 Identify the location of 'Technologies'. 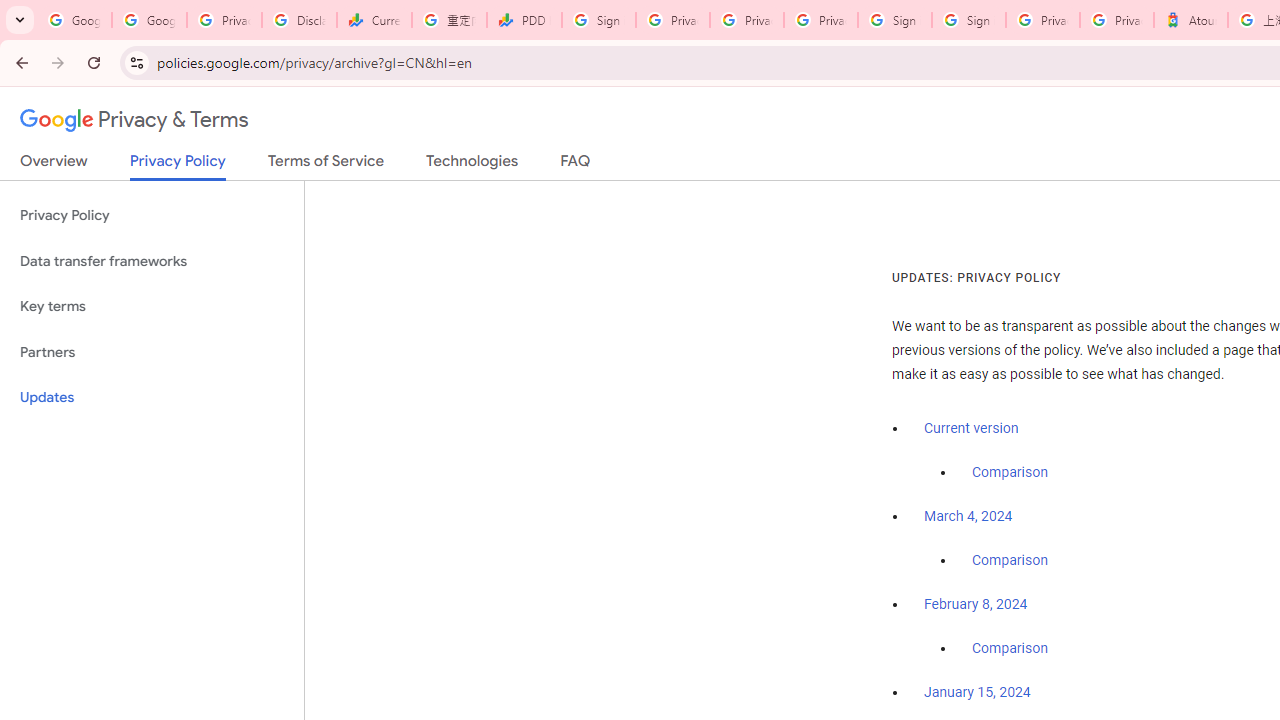
(471, 164).